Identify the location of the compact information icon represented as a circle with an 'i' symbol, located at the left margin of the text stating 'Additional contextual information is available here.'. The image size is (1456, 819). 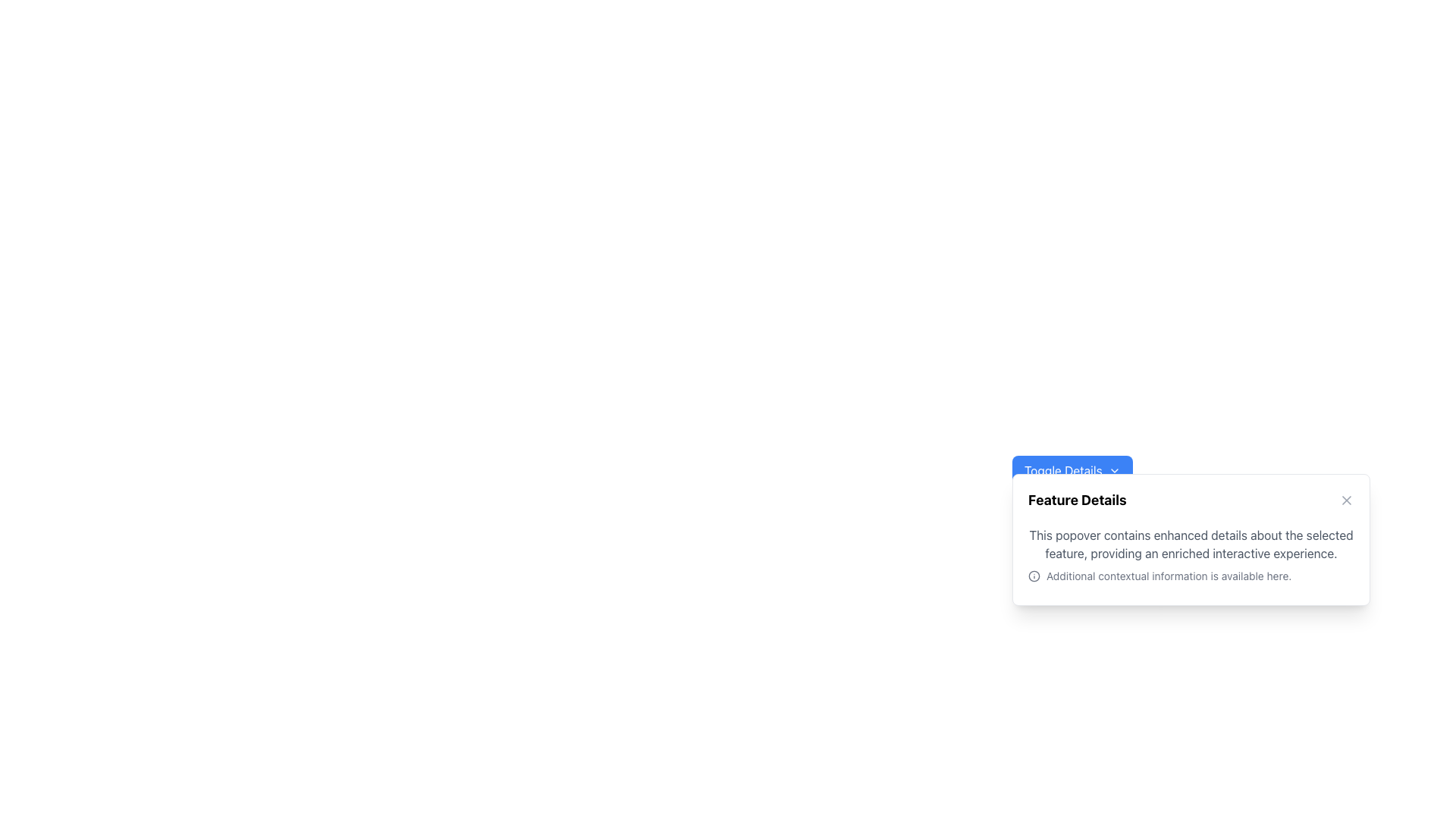
(1033, 576).